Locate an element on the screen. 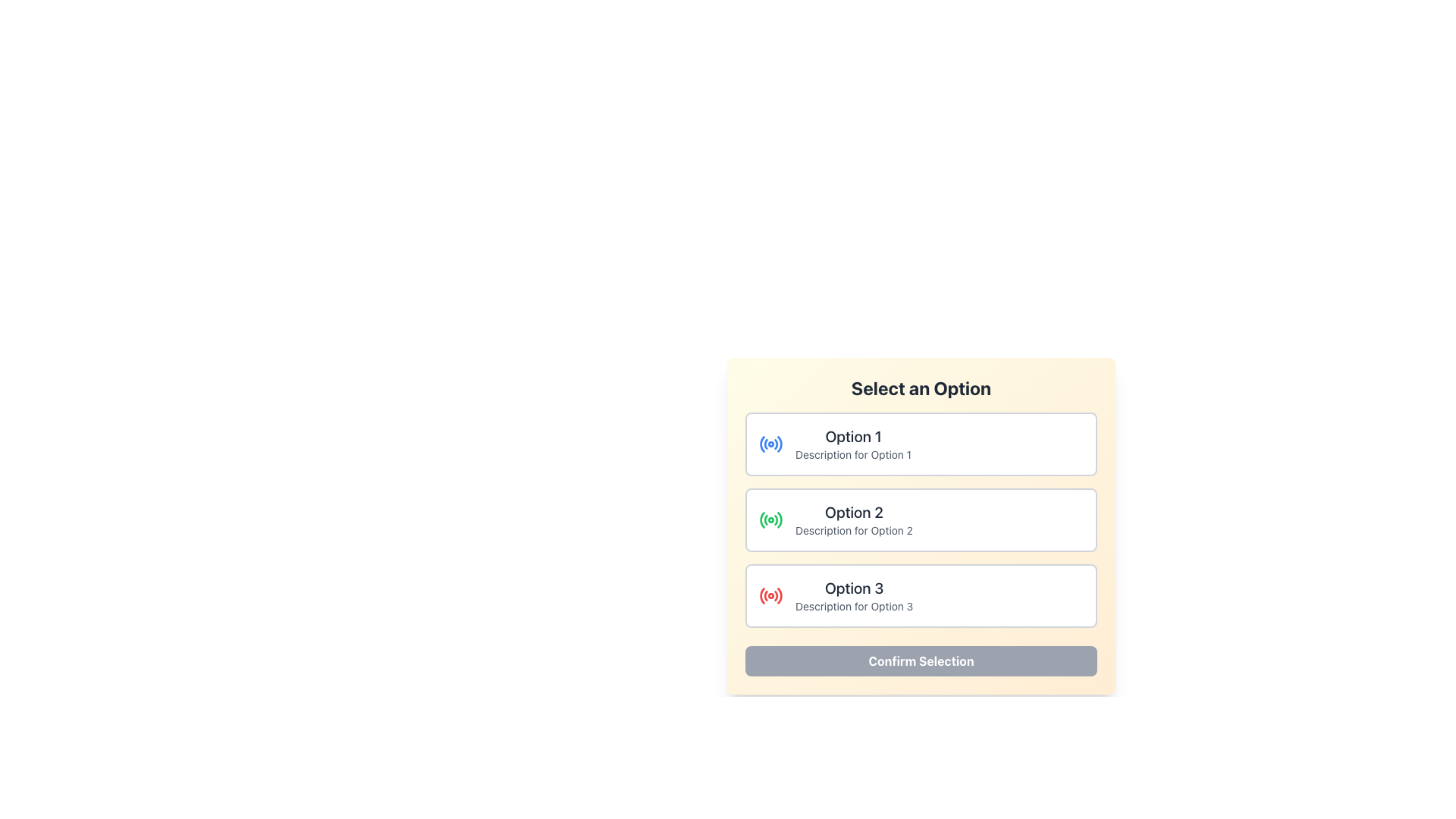 This screenshot has height=819, width=1456. the text label that serves as the title for the third option in the vertical list, positioned at the bottom of the group is located at coordinates (854, 587).